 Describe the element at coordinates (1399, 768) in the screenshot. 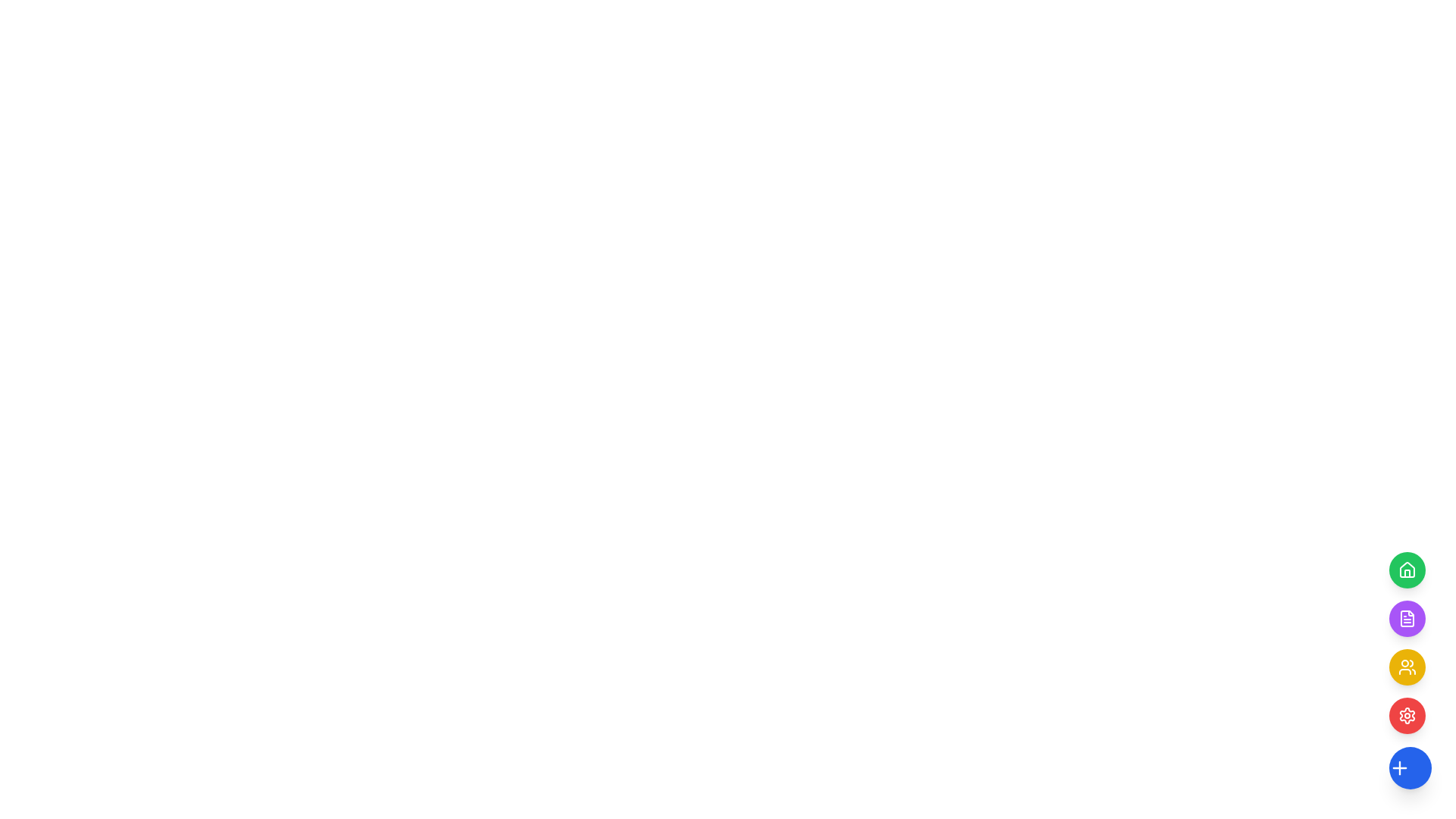

I see `the blue addition button located at the bottom of a vertical stack of circular icons aligned to the right side of the user interface` at that location.